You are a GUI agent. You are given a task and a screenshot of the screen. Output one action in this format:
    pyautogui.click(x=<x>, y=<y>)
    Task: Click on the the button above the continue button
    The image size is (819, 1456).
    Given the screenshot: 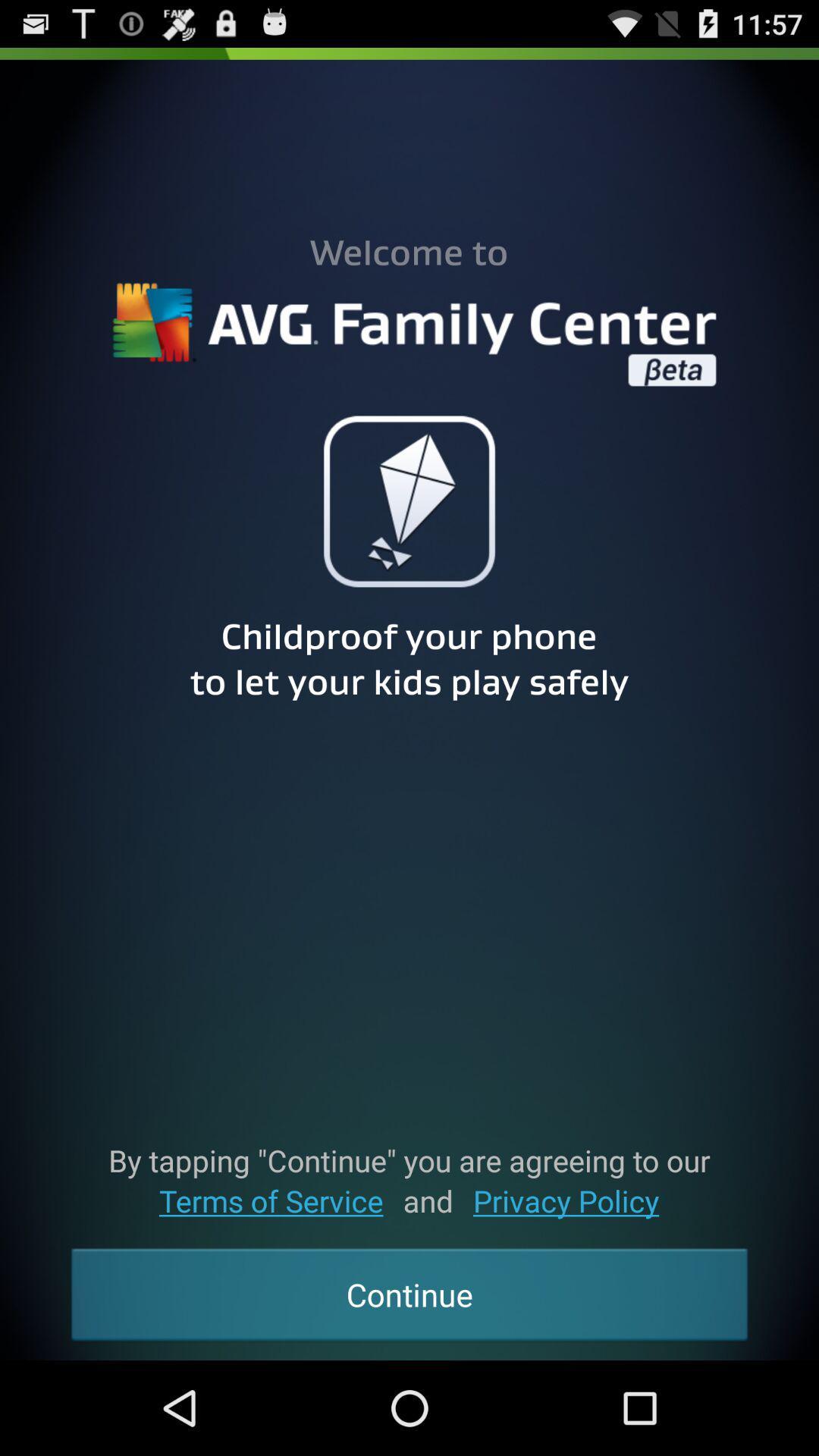 What is the action you would take?
    pyautogui.click(x=270, y=1200)
    